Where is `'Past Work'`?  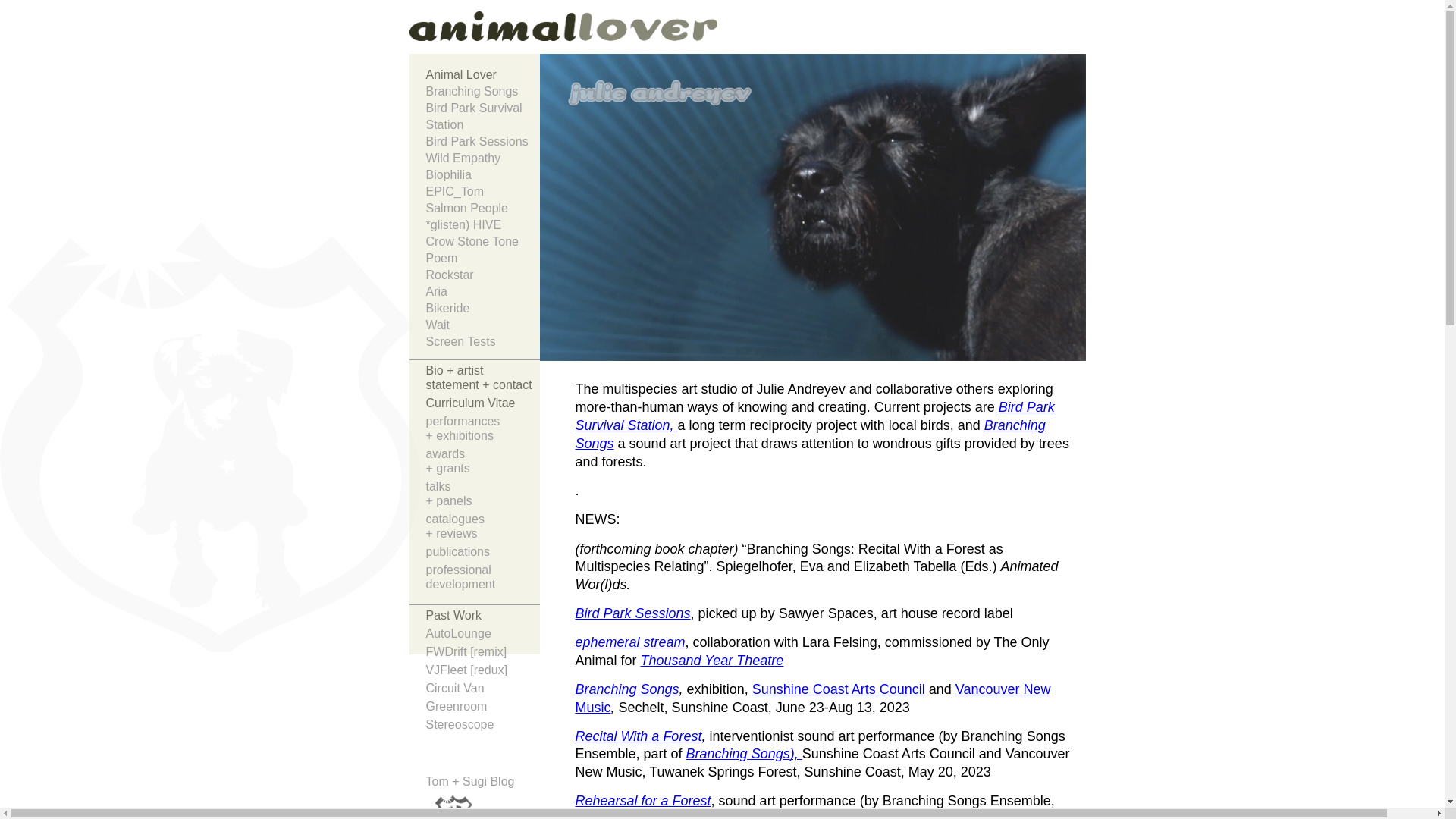 'Past Work' is located at coordinates (482, 617).